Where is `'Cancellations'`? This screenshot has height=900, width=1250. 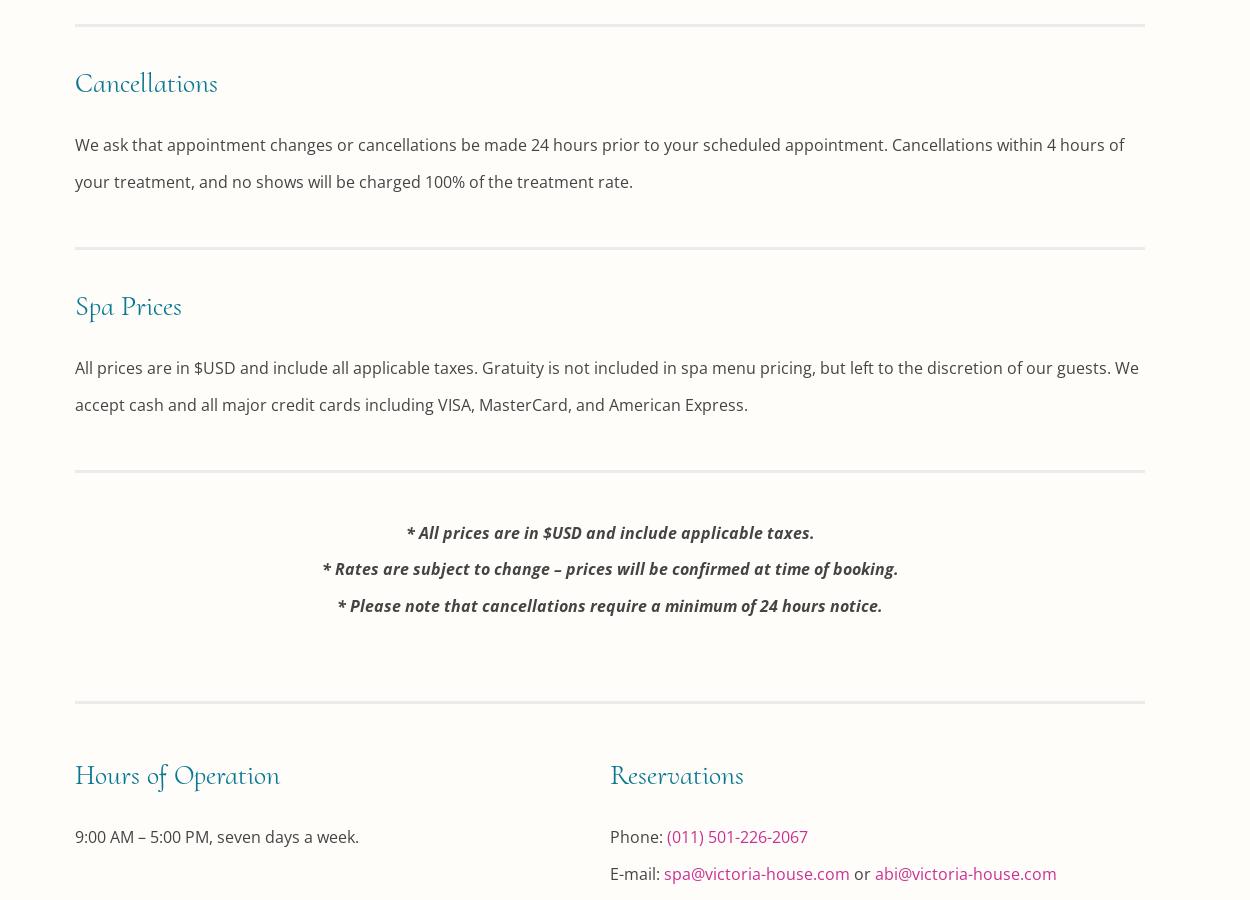
'Cancellations' is located at coordinates (146, 81).